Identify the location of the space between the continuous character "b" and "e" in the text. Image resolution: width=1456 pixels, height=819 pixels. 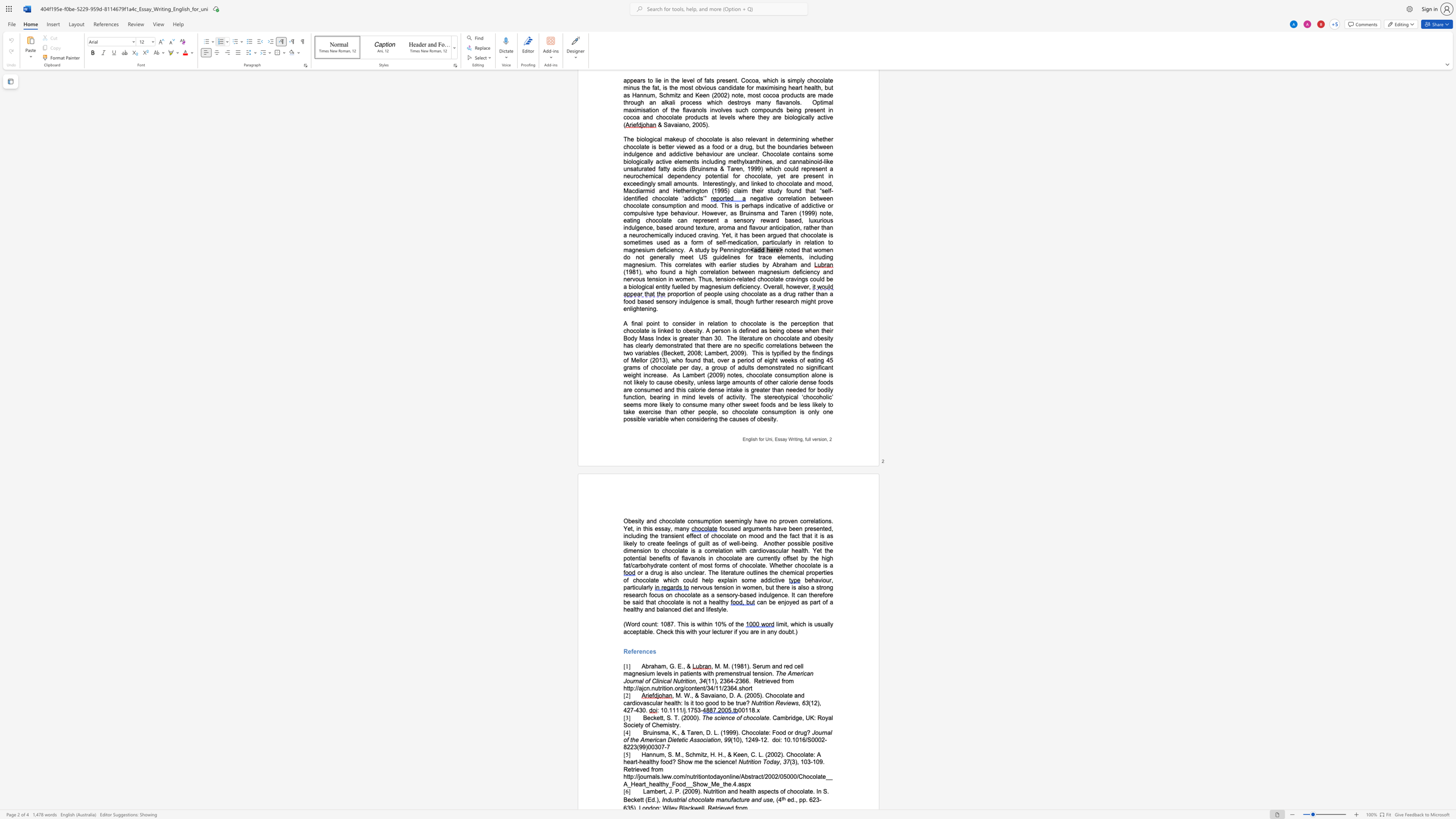
(730, 703).